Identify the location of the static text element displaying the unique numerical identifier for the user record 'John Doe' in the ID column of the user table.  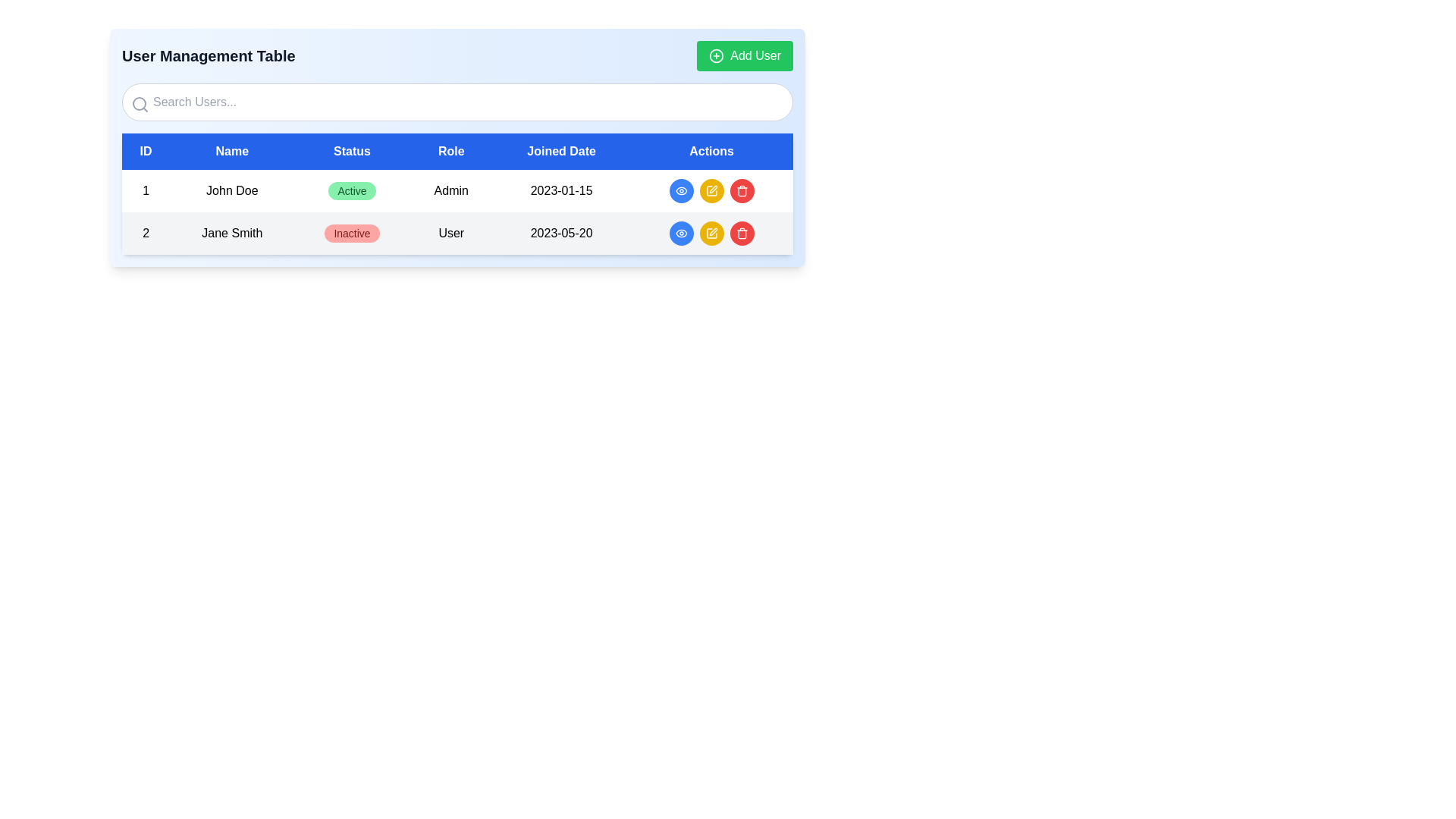
(146, 190).